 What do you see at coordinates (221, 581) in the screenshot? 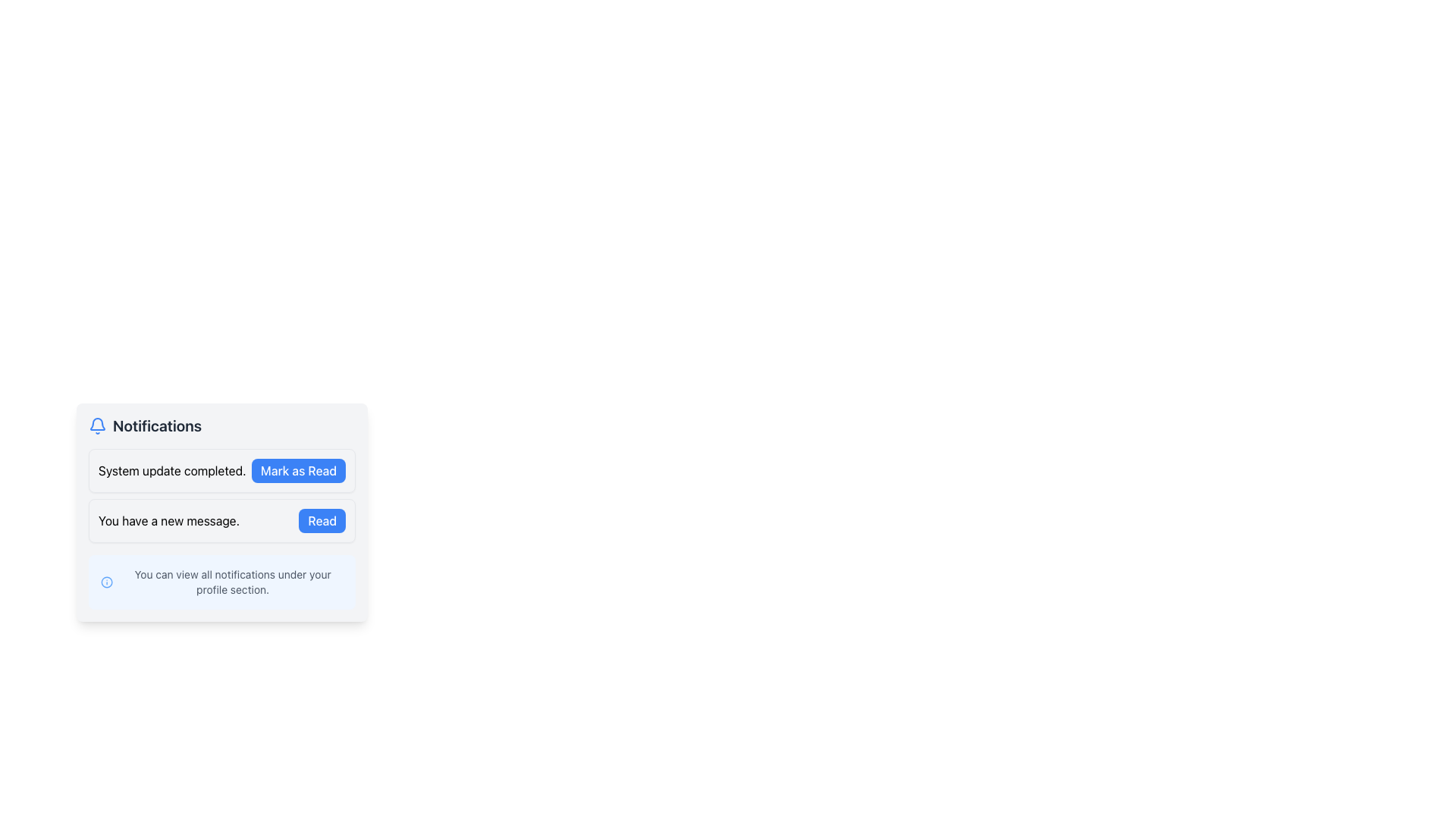
I see `the Informational Message Box located at the bottom of the notifications card, which provides guidance about viewing notifications under the profile section` at bounding box center [221, 581].